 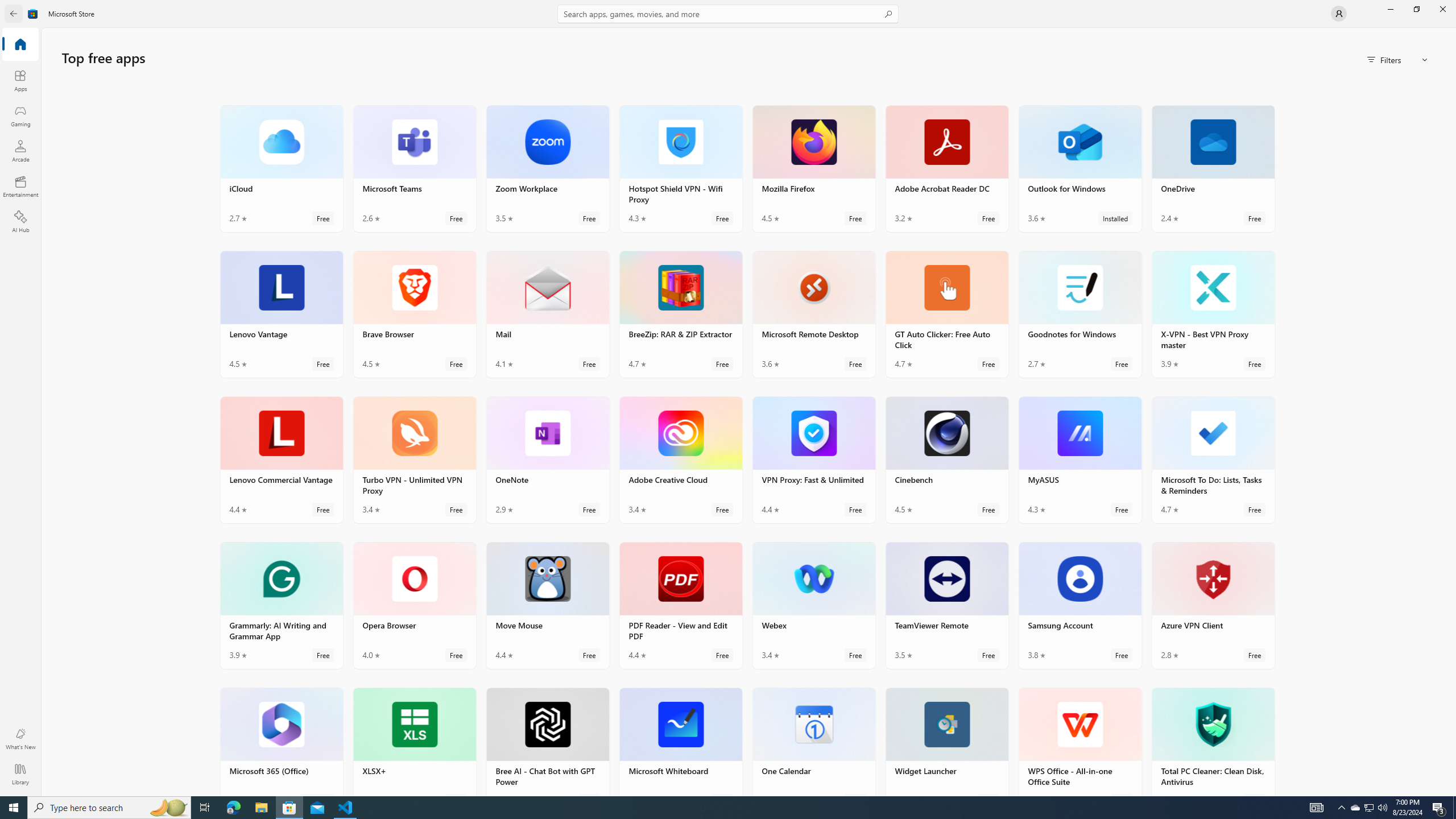 I want to click on 'iCloud. Average rating of 2.7 out of five stars. Free  ', so click(x=281, y=167).